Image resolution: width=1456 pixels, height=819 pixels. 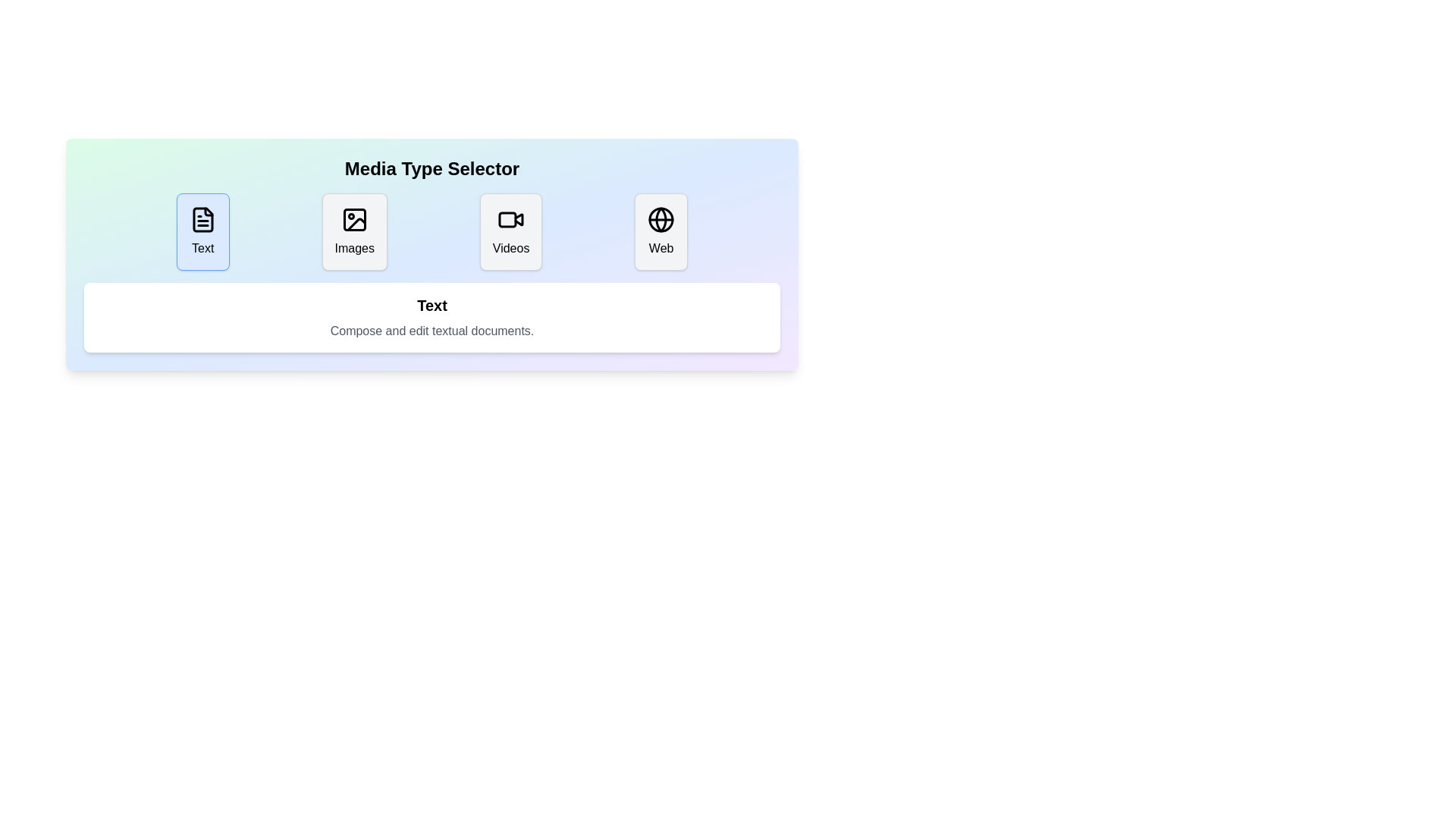 What do you see at coordinates (202, 231) in the screenshot?
I see `the 'Text' media type selection button located in the 'Media Type Selector' group` at bounding box center [202, 231].